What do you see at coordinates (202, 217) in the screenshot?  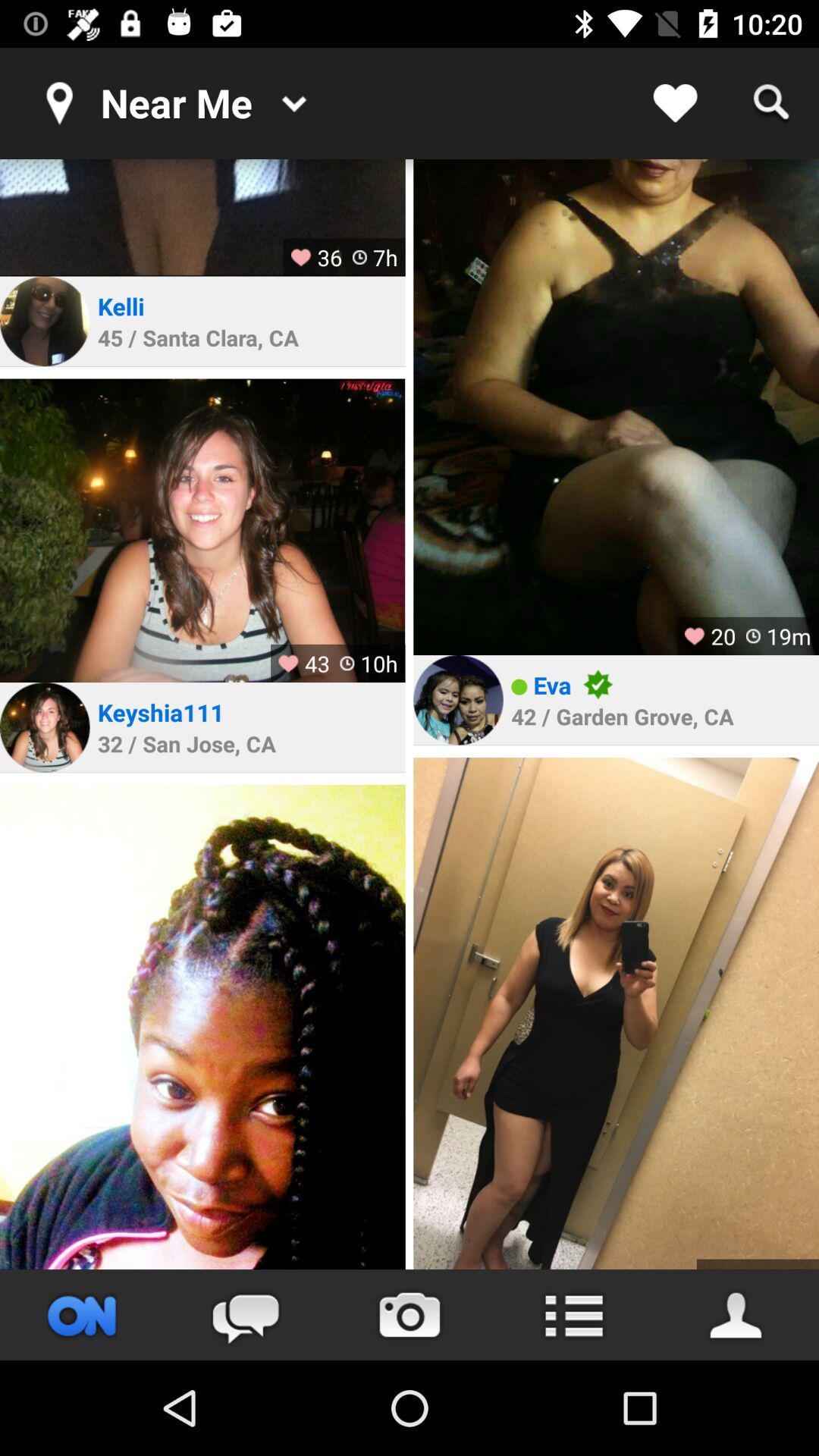 I see `show picture` at bounding box center [202, 217].